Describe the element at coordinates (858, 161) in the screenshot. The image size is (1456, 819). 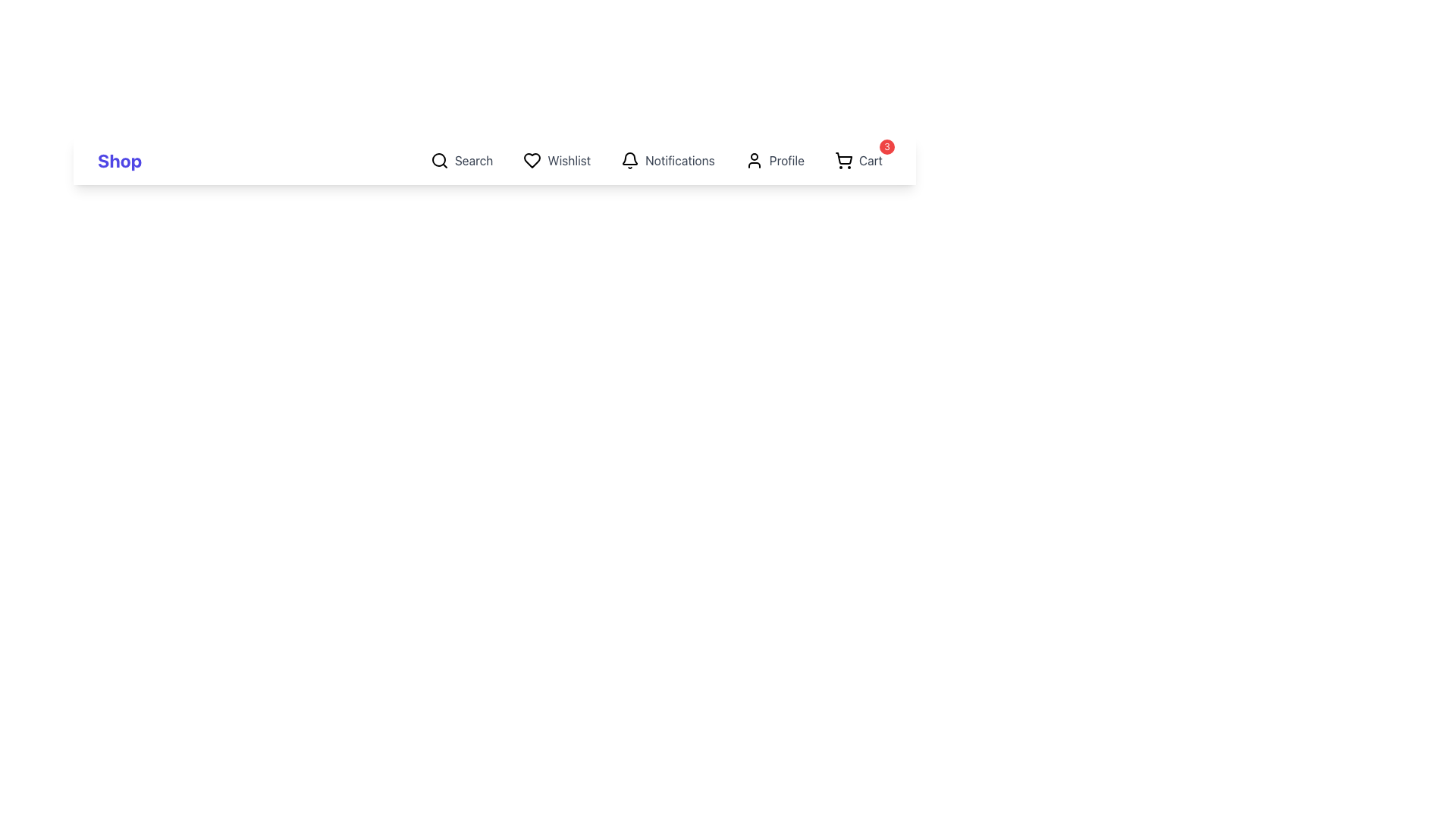
I see `the shopping cart icon labeled 'Cart' with a red badge showing '3'` at that location.